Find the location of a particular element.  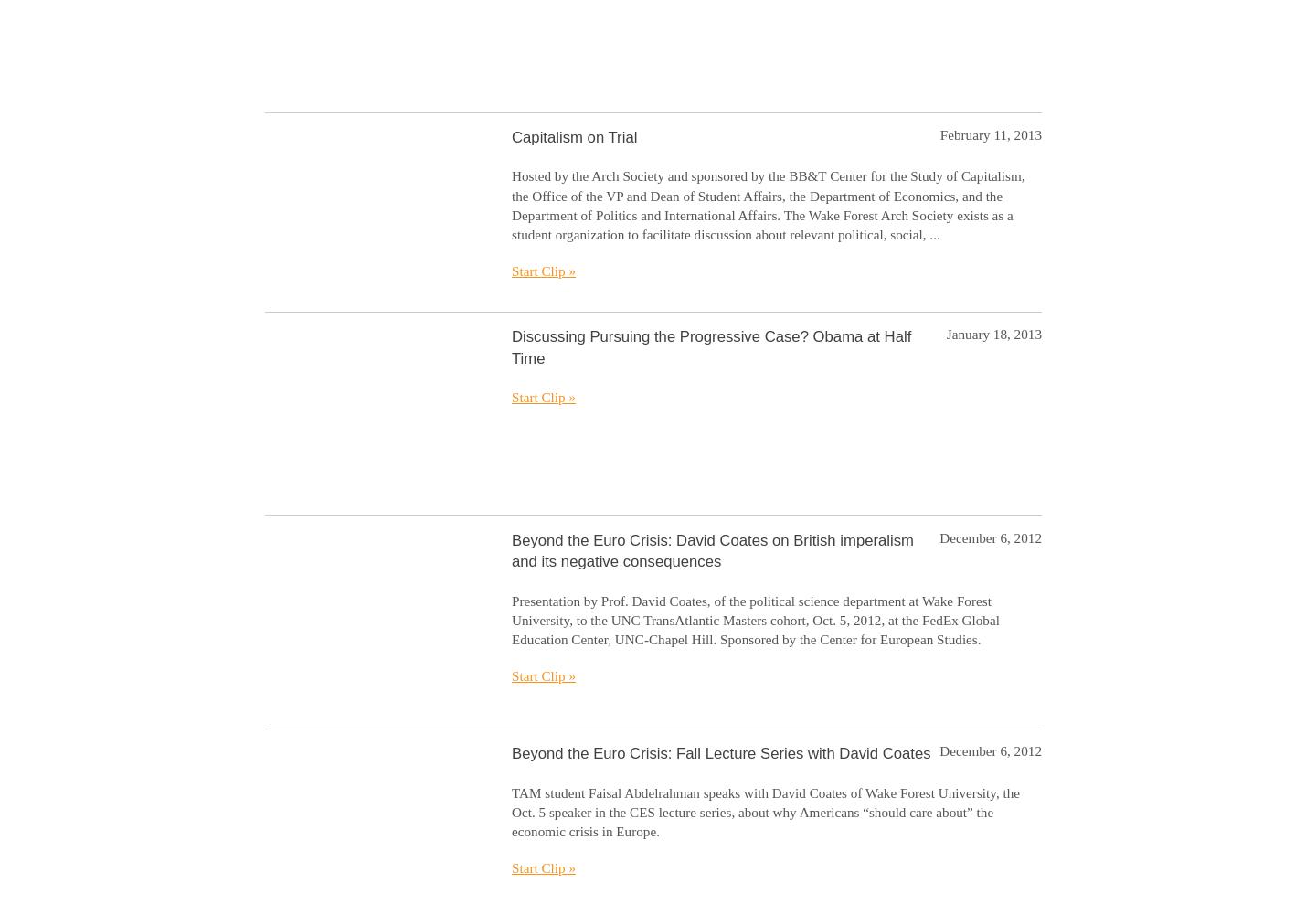

'Capitalism on Trial' is located at coordinates (573, 135).